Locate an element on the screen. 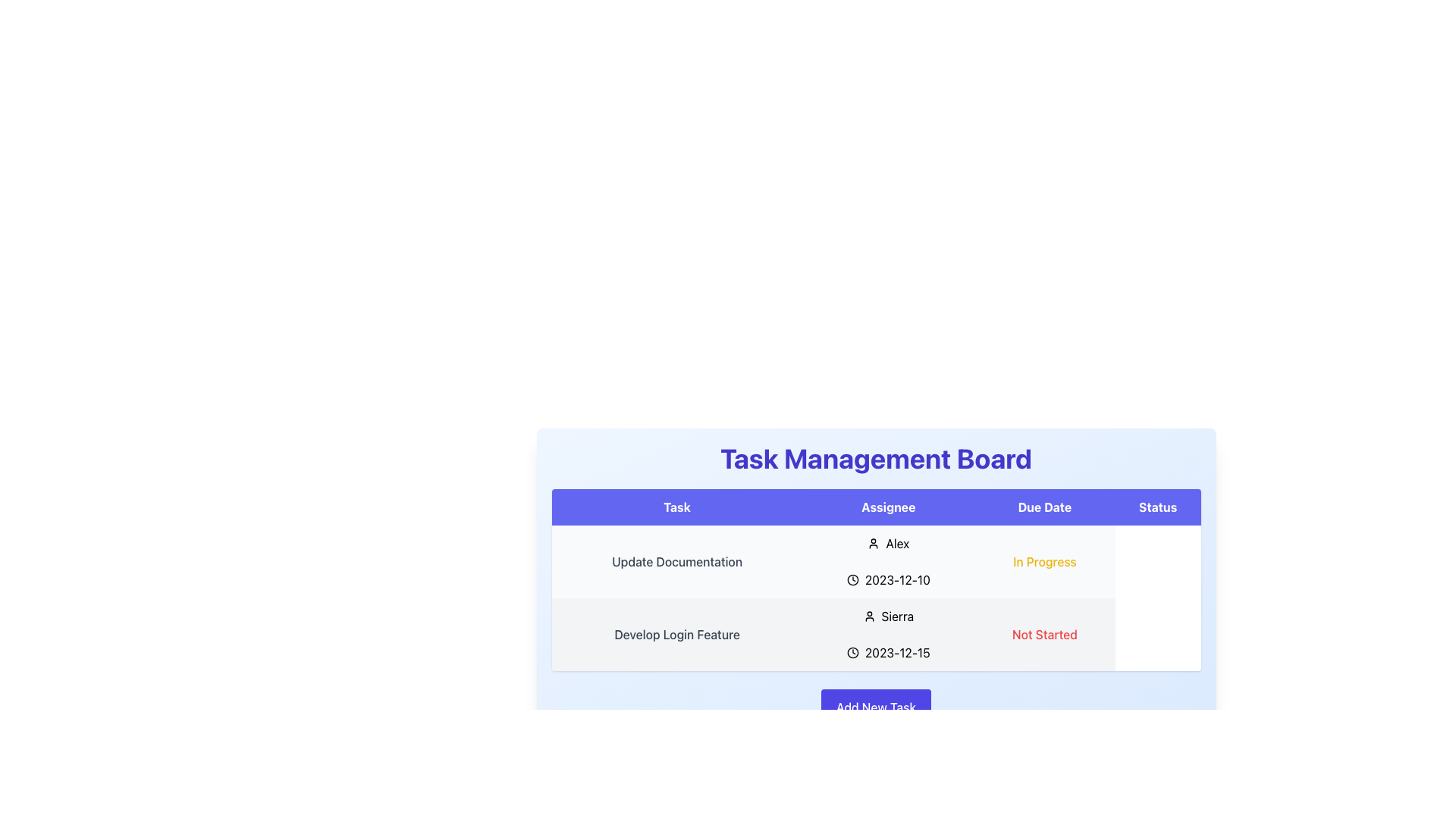 This screenshot has height=819, width=1456. the second row of the task management data table to view details of the task, which includes task name, assignee, deadline, and completion status is located at coordinates (876, 598).